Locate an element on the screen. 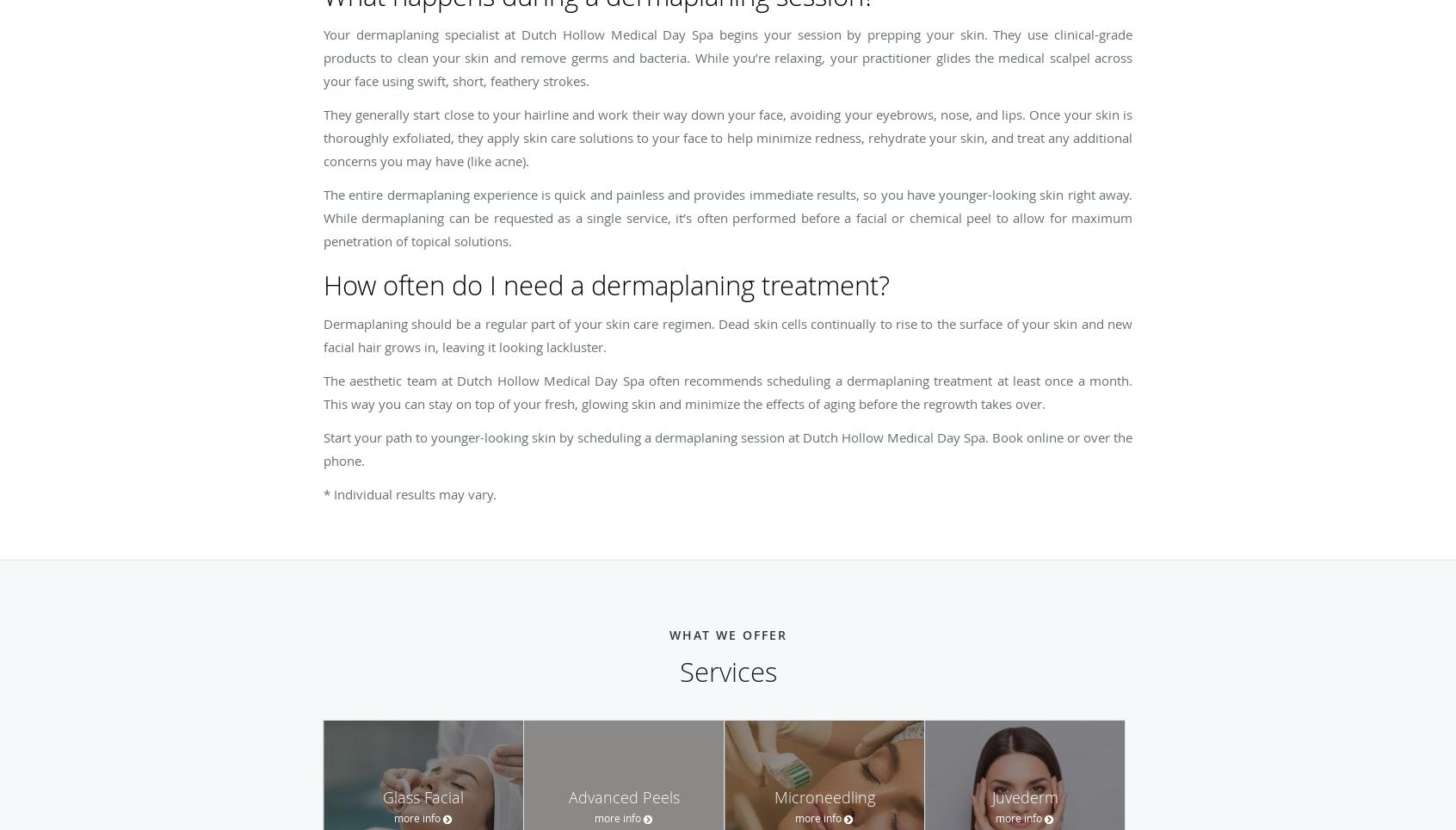 This screenshot has height=830, width=1456. 'The aesthetic team at Dutch Hollow Medical Day Spa often recommends scheduling a dermaplaning treatment at least once a month. This way you can stay on top of your fresh, glowing skin and minimize the effects of aging before the regrowth takes over.' is located at coordinates (728, 392).